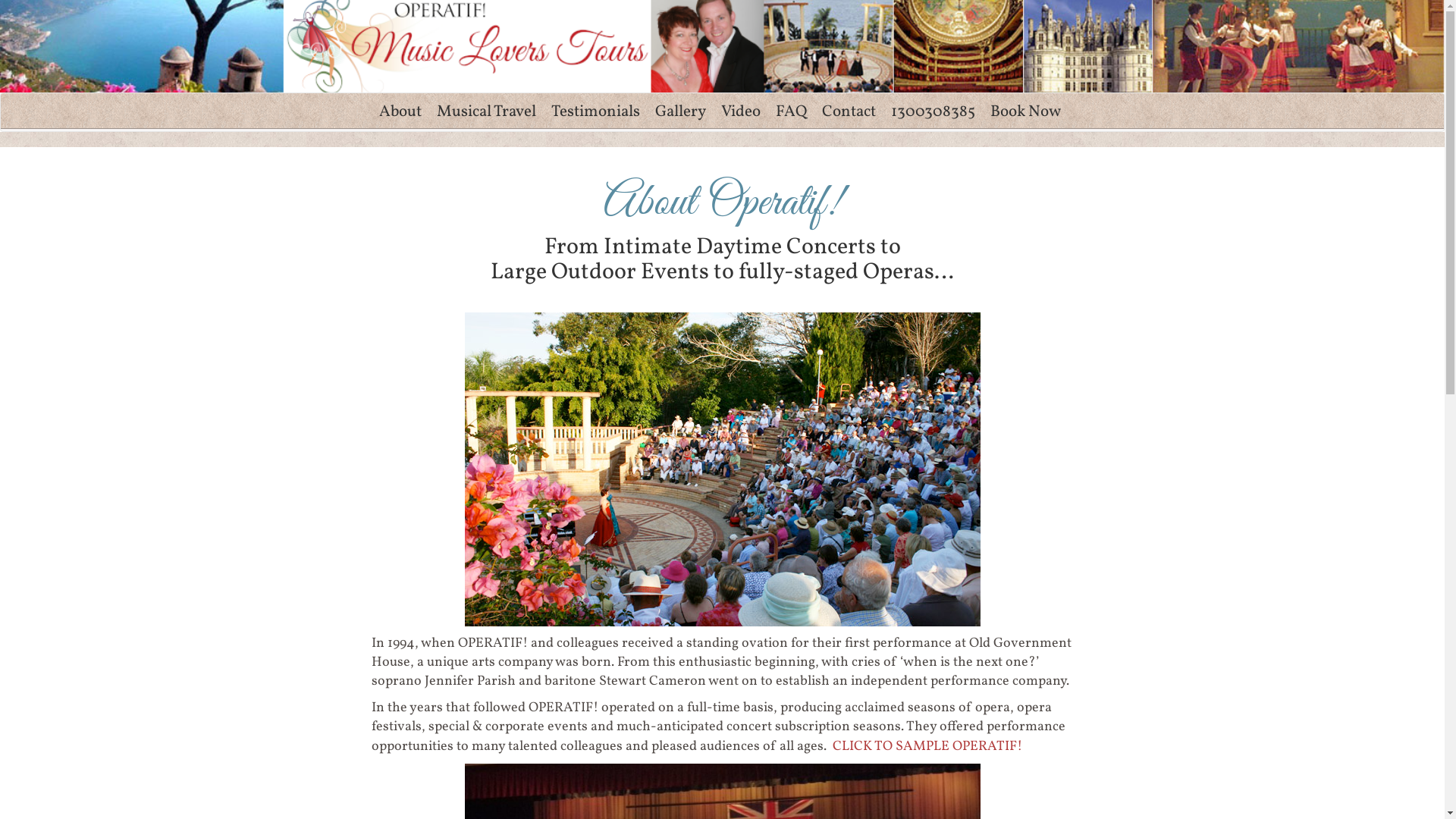  I want to click on 'Gallery', so click(679, 111).